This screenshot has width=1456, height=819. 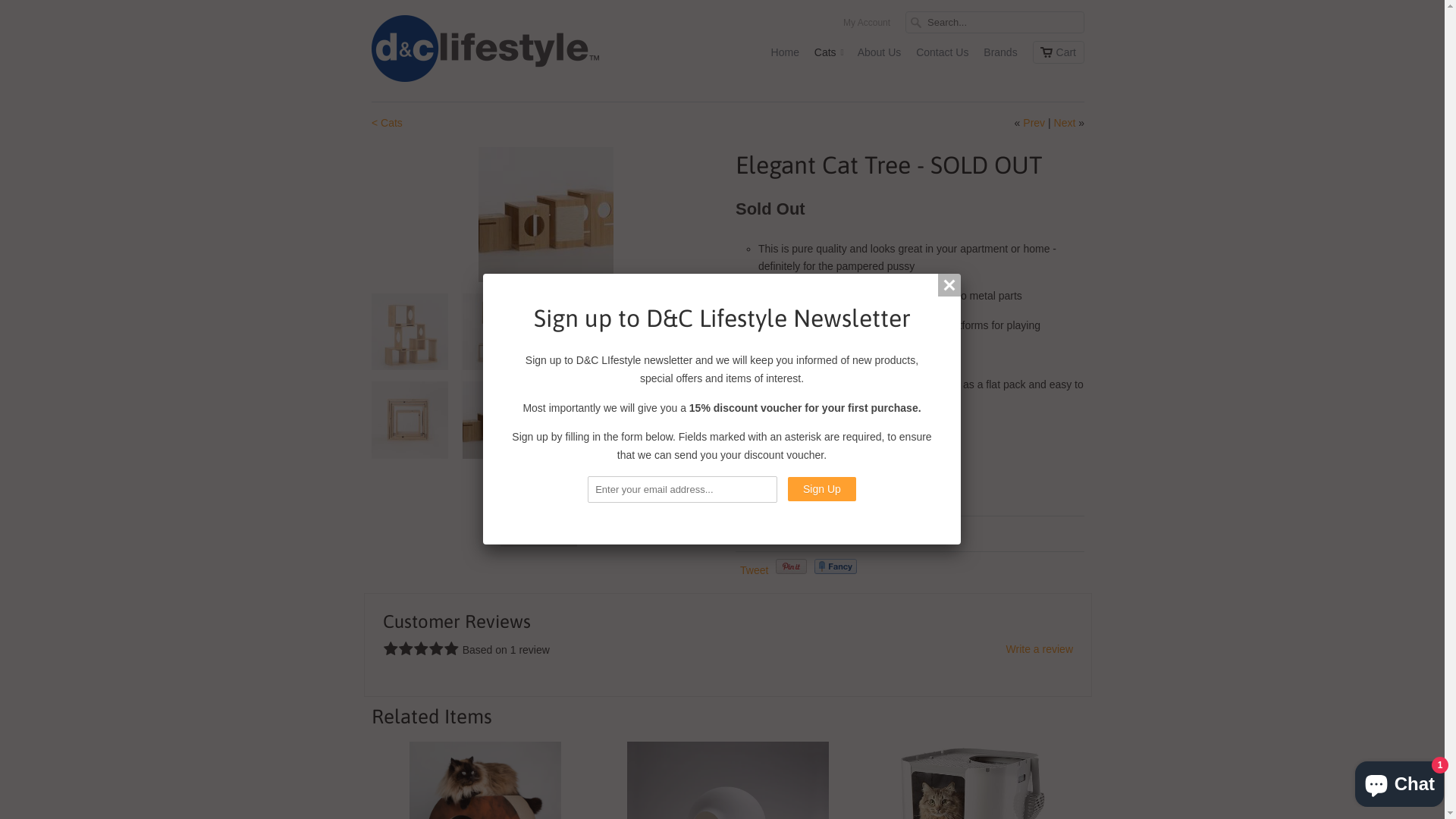 What do you see at coordinates (754, 570) in the screenshot?
I see `'Tweet'` at bounding box center [754, 570].